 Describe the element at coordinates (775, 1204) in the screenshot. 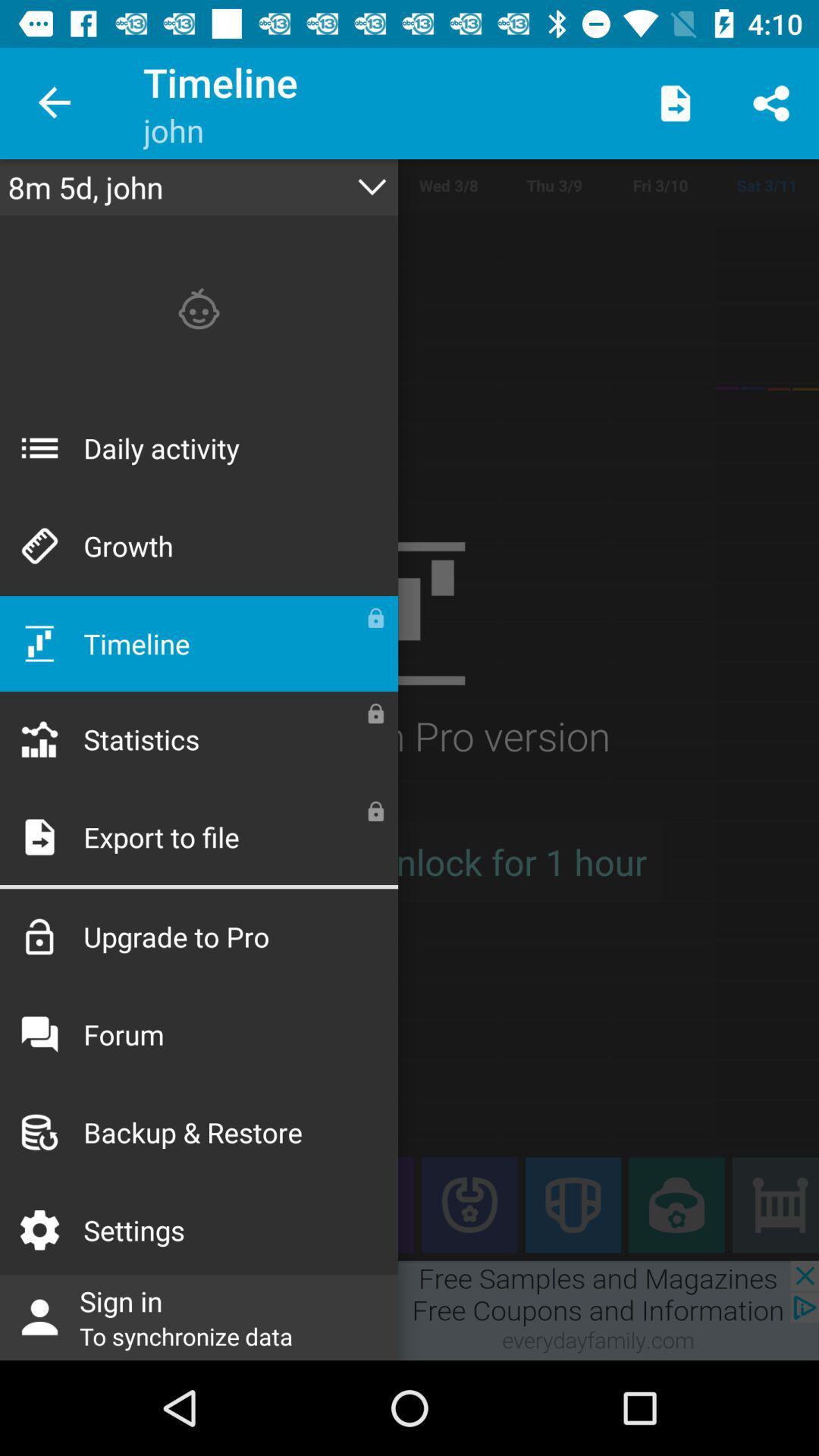

I see `the sliders icon` at that location.